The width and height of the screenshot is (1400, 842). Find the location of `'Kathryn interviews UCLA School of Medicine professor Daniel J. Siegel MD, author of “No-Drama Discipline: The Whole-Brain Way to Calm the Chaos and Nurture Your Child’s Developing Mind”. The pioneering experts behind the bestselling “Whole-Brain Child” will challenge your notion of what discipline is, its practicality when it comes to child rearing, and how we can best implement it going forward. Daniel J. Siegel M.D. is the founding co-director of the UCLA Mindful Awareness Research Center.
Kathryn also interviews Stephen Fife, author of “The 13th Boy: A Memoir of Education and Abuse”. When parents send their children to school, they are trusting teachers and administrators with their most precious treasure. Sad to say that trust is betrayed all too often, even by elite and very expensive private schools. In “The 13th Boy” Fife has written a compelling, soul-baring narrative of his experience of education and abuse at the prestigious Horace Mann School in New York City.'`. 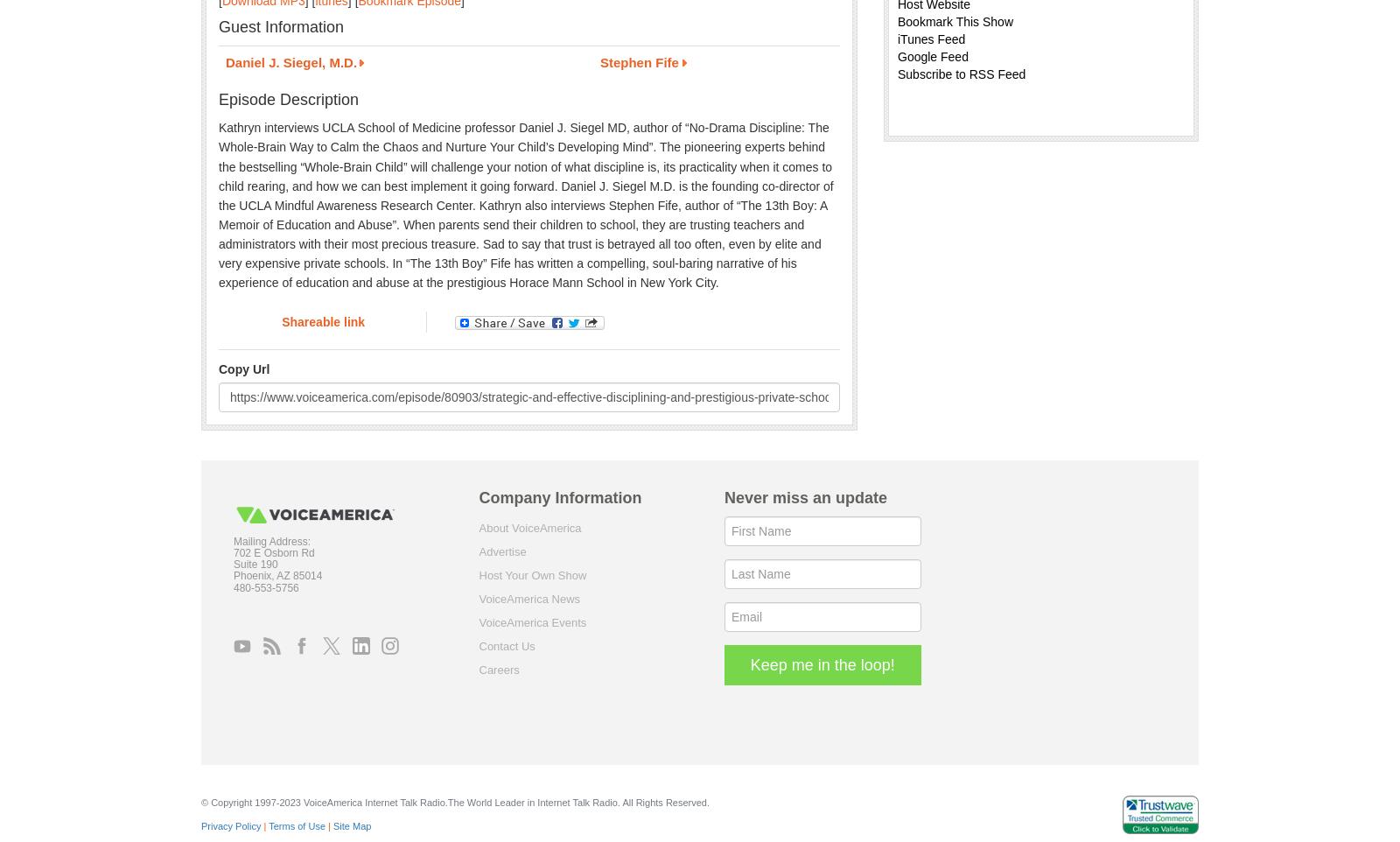

'Kathryn interviews UCLA School of Medicine professor Daniel J. Siegel MD, author of “No-Drama Discipline: The Whole-Brain Way to Calm the Chaos and Nurture Your Child’s Developing Mind”. The pioneering experts behind the bestselling “Whole-Brain Child” will challenge your notion of what discipline is, its practicality when it comes to child rearing, and how we can best implement it going forward. Daniel J. Siegel M.D. is the founding co-director of the UCLA Mindful Awareness Research Center.
Kathryn also interviews Stephen Fife, author of “The 13th Boy: A Memoir of Education and Abuse”. When parents send their children to school, they are trusting teachers and administrators with their most precious treasure. Sad to say that trust is betrayed all too often, even by elite and very expensive private schools. In “The 13th Boy” Fife has written a compelling, soul-baring narrative of his experience of education and abuse at the prestigious Horace Mann School in New York City.' is located at coordinates (524, 204).